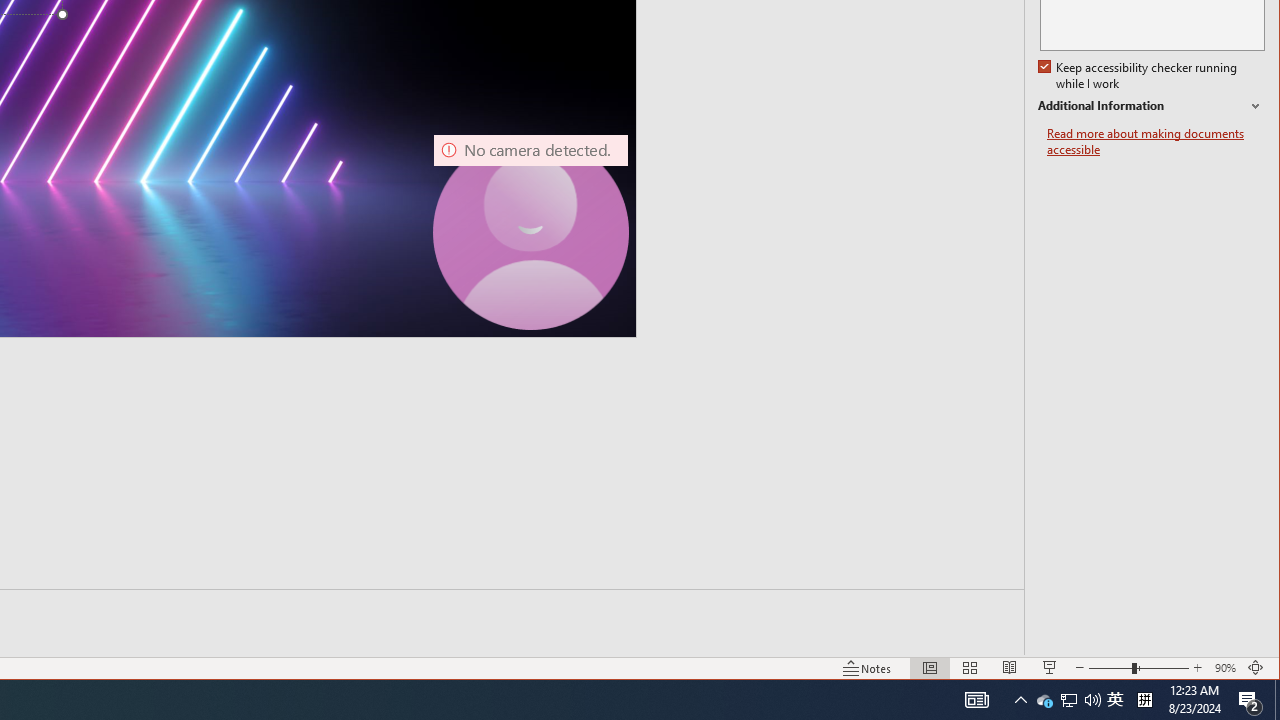 This screenshot has width=1280, height=720. Describe the element at coordinates (1224, 668) in the screenshot. I see `'Zoom 90%'` at that location.